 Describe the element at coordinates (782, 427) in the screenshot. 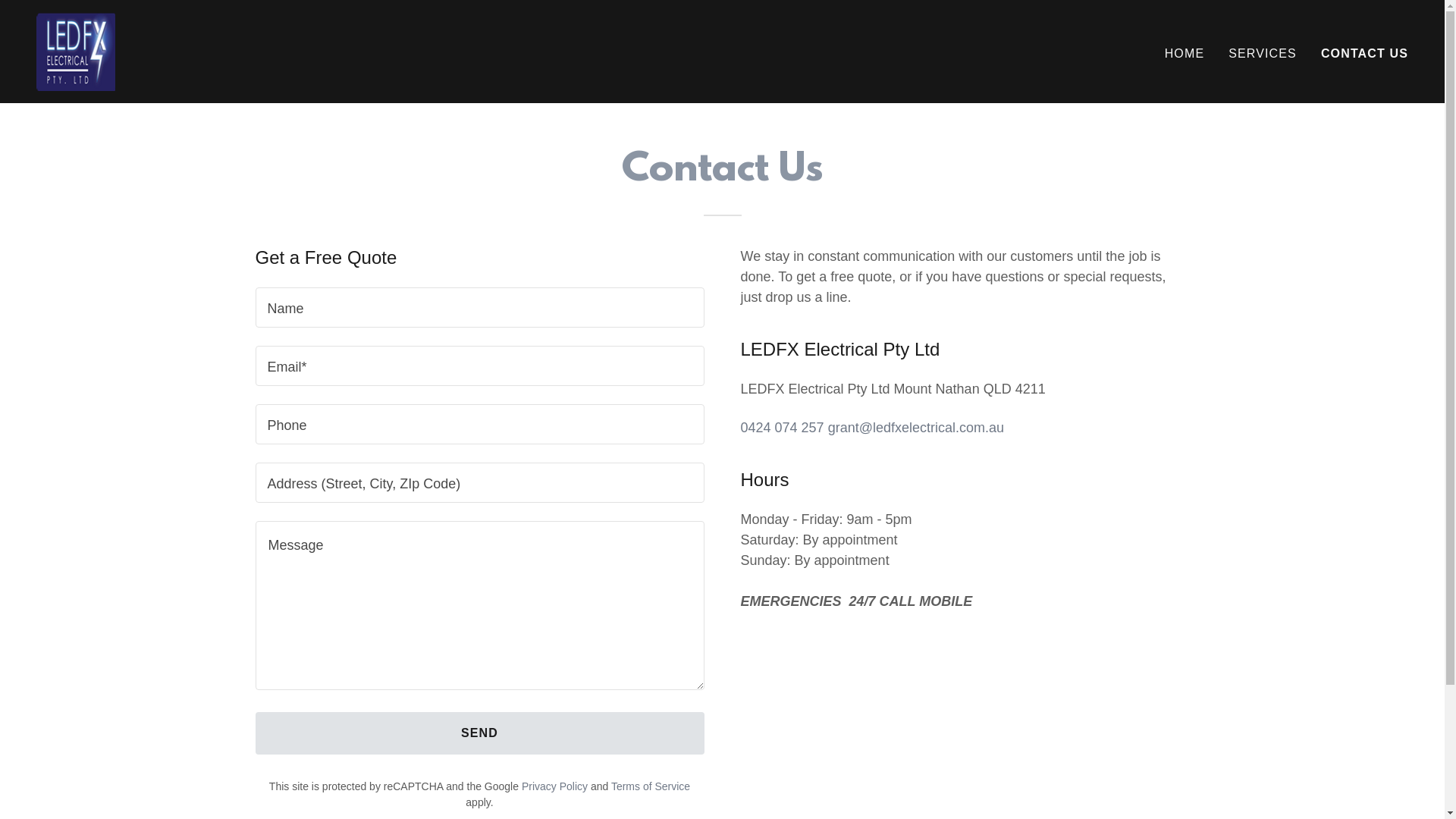

I see `'0424 074 257'` at that location.